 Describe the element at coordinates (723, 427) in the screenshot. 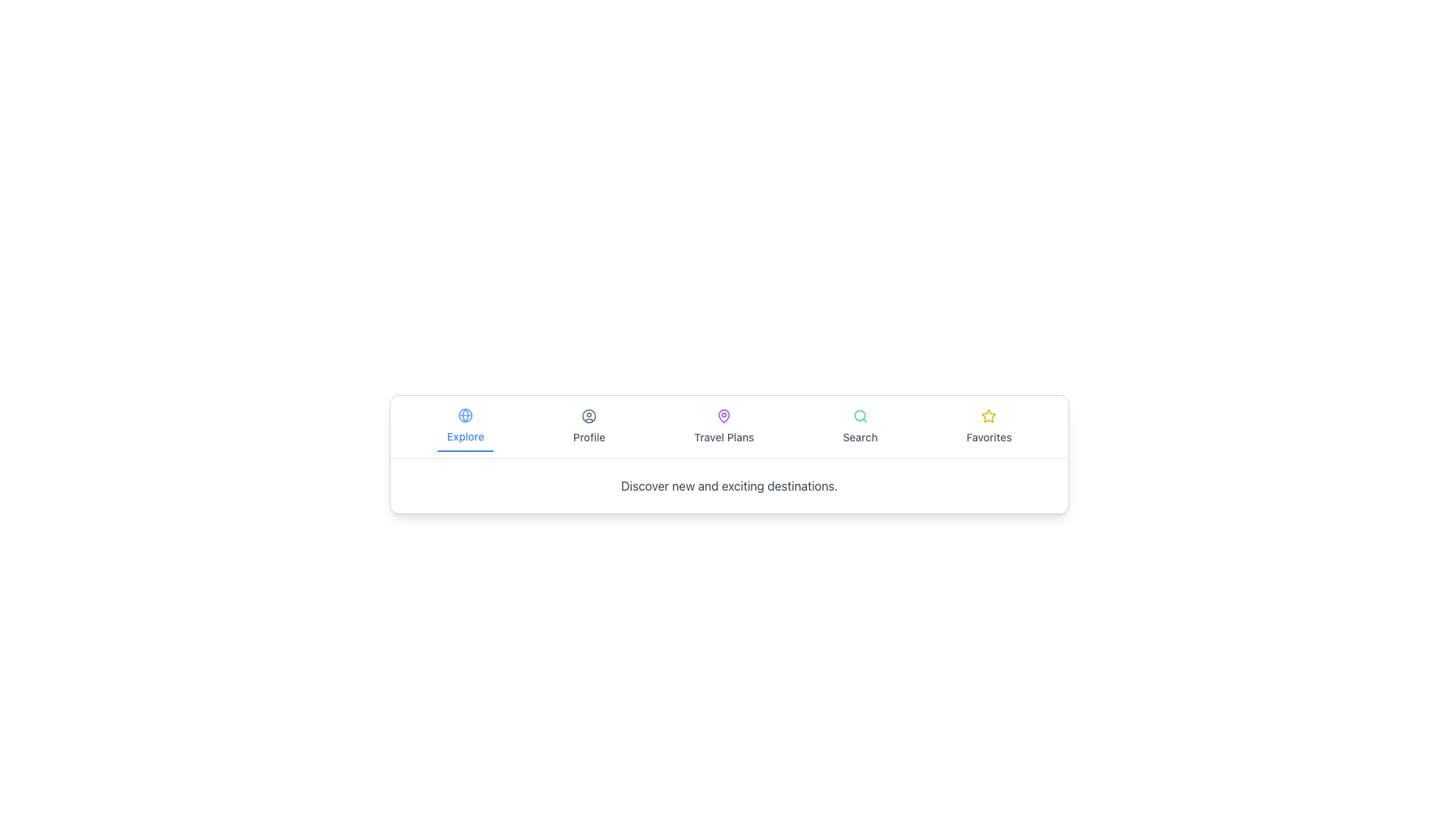

I see `the 'Travel Plans' button, which features a purple map pin icon and small gray text` at that location.